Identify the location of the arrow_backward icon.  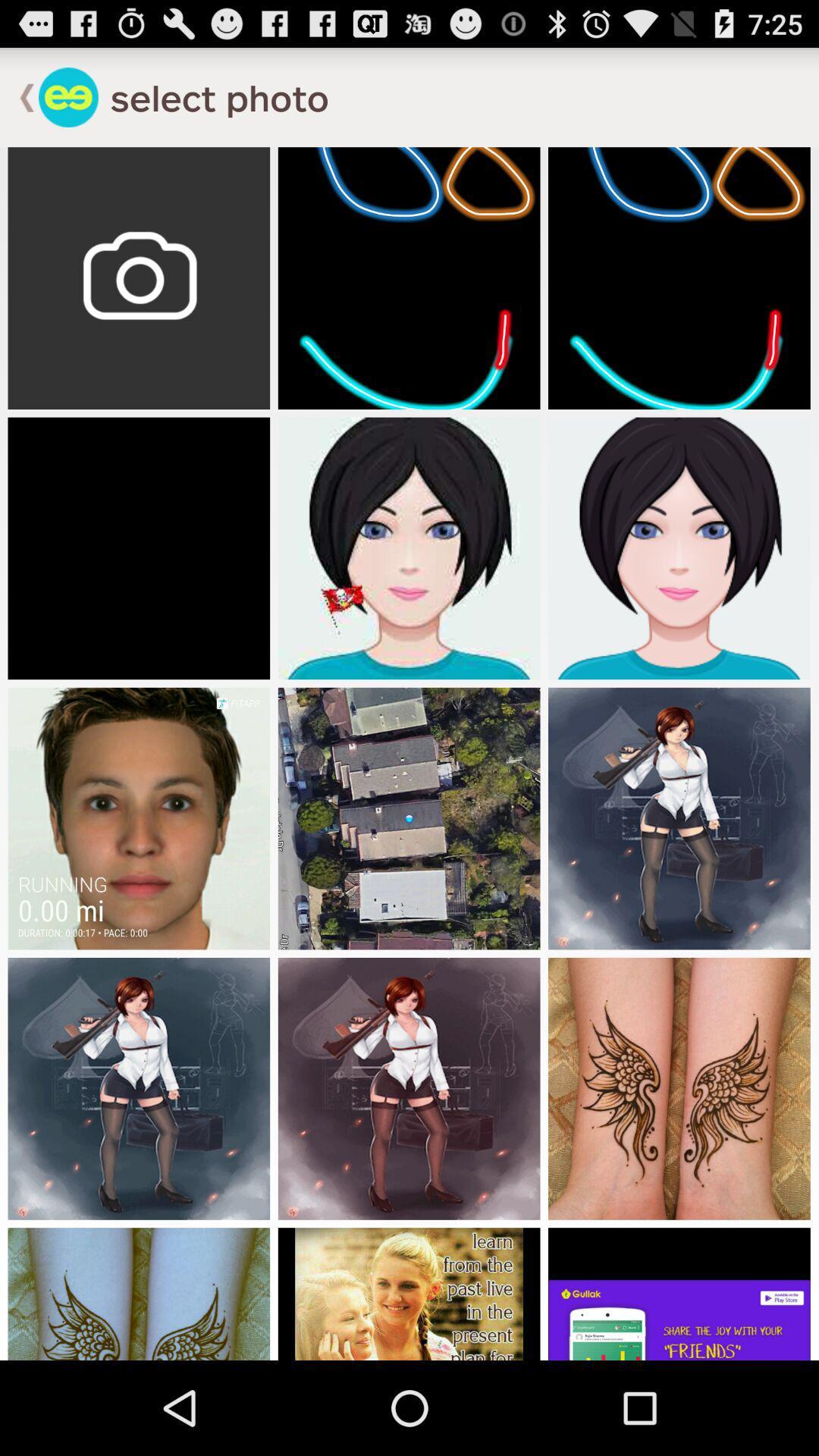
(19, 103).